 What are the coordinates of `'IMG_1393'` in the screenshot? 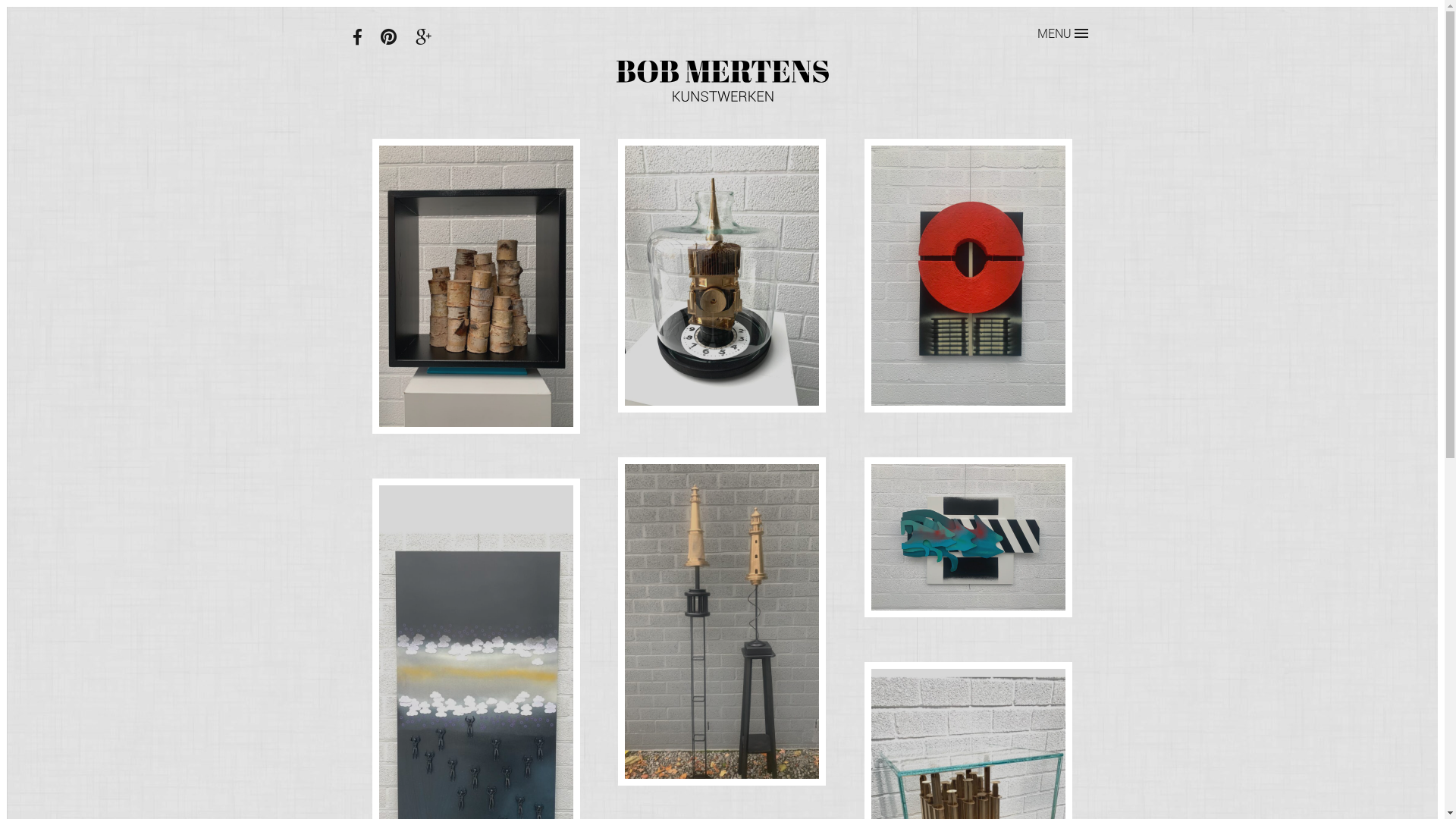 It's located at (721, 275).